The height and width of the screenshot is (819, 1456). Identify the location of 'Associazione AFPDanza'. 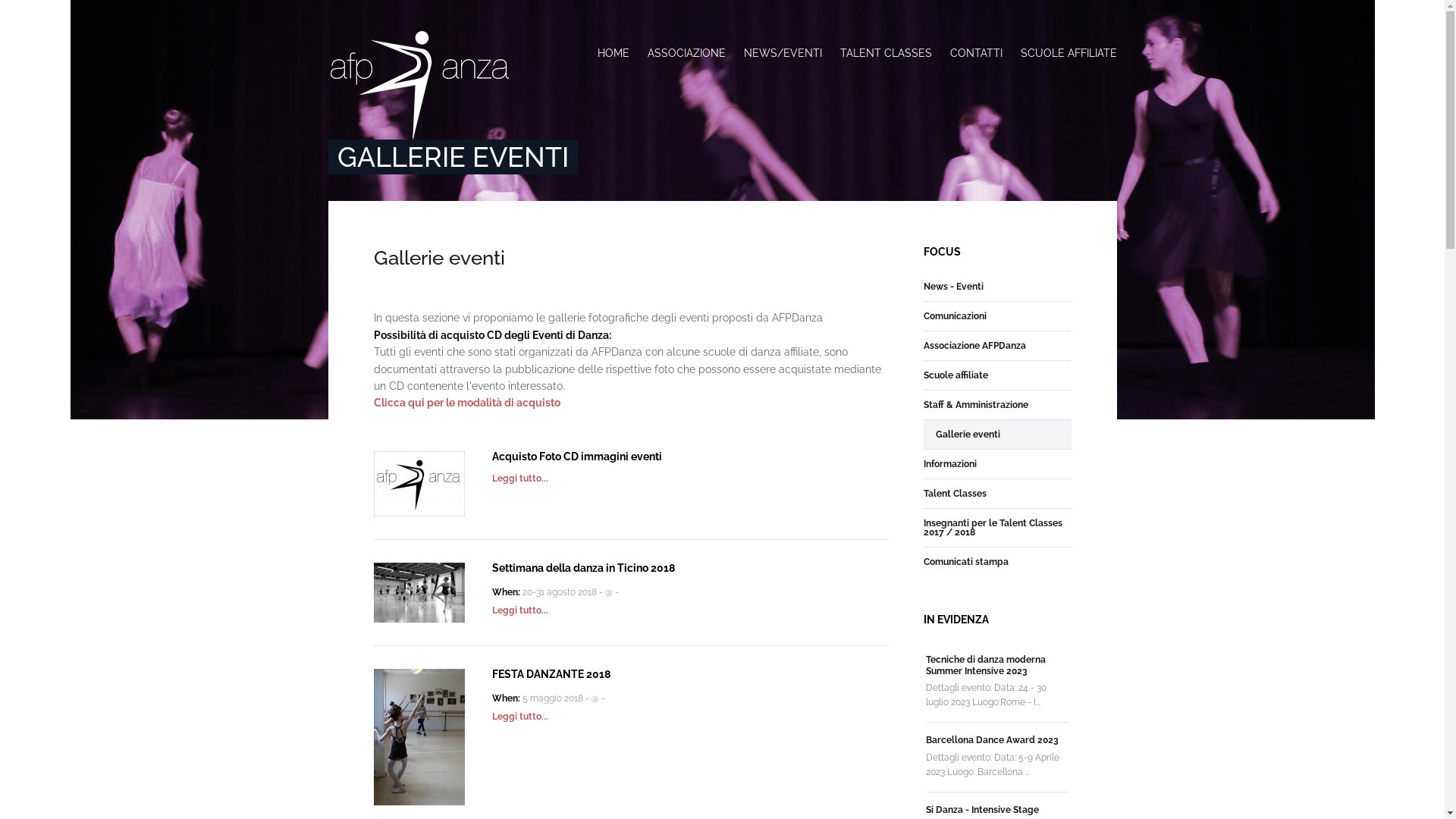
(923, 345).